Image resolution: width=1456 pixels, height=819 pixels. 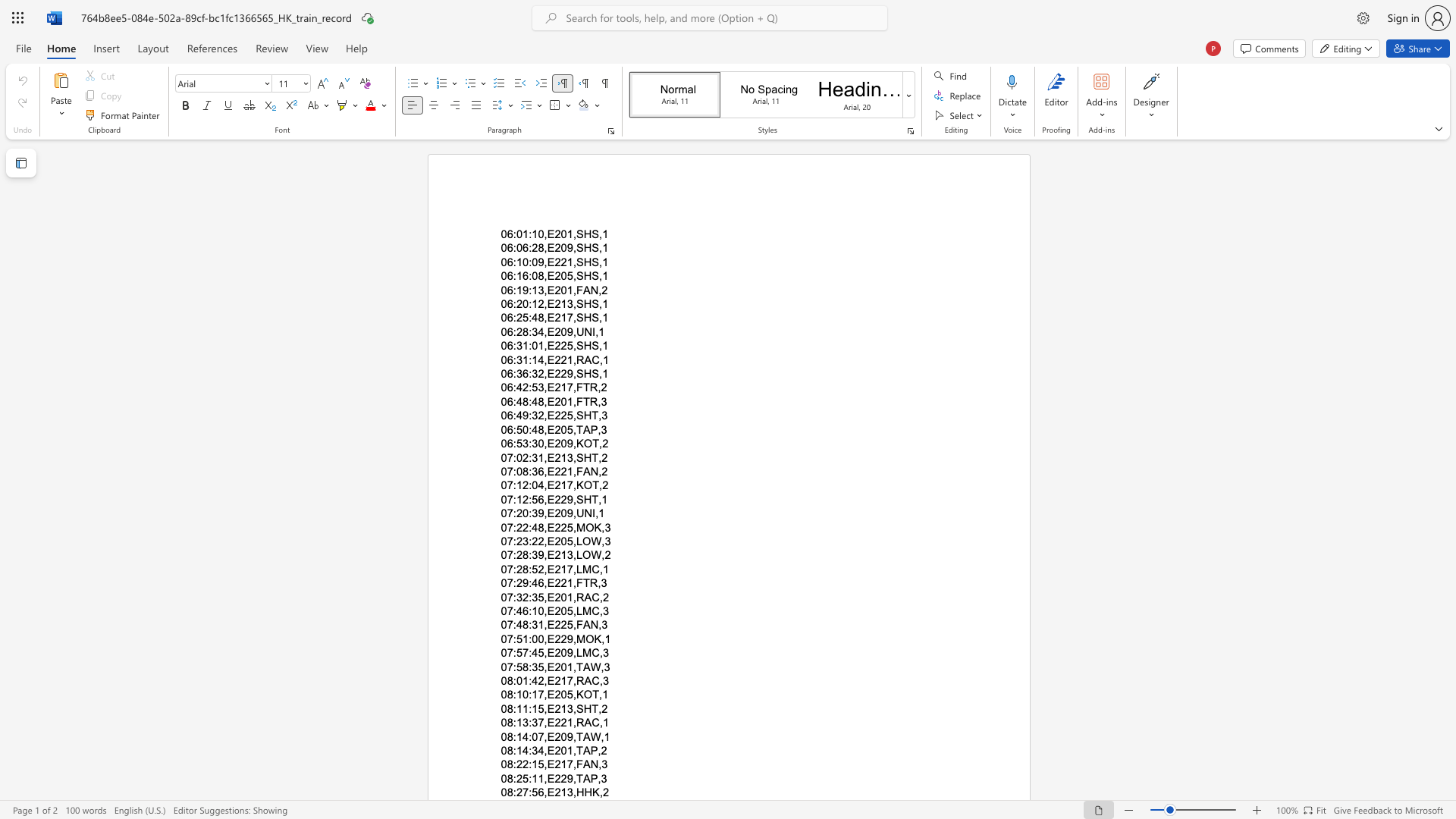 What do you see at coordinates (516, 513) in the screenshot?
I see `the subset text "20:39,E209,UNI" within the text "07:20:39,E209,UNI,1"` at bounding box center [516, 513].